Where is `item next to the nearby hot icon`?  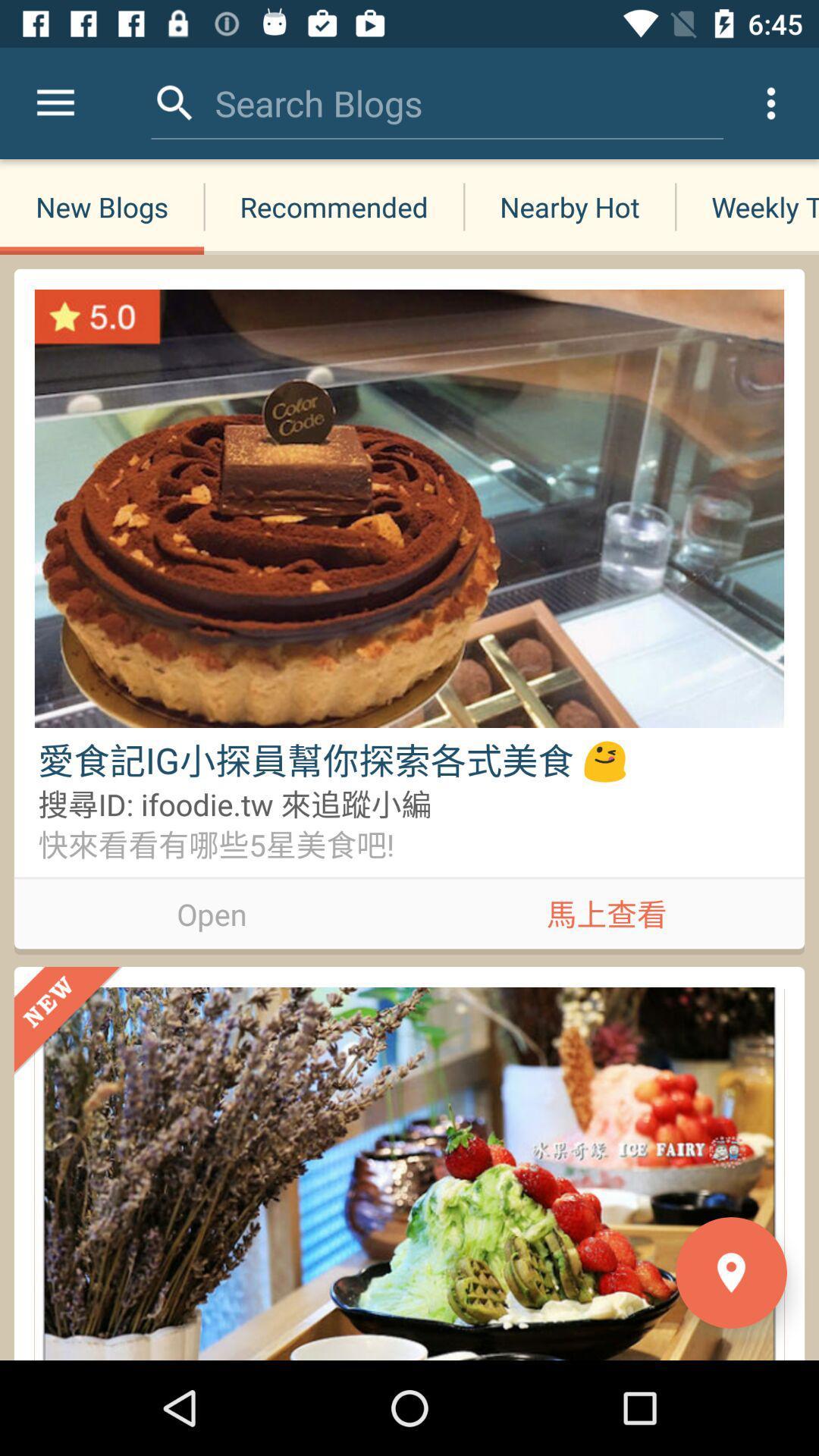
item next to the nearby hot icon is located at coordinates (333, 206).